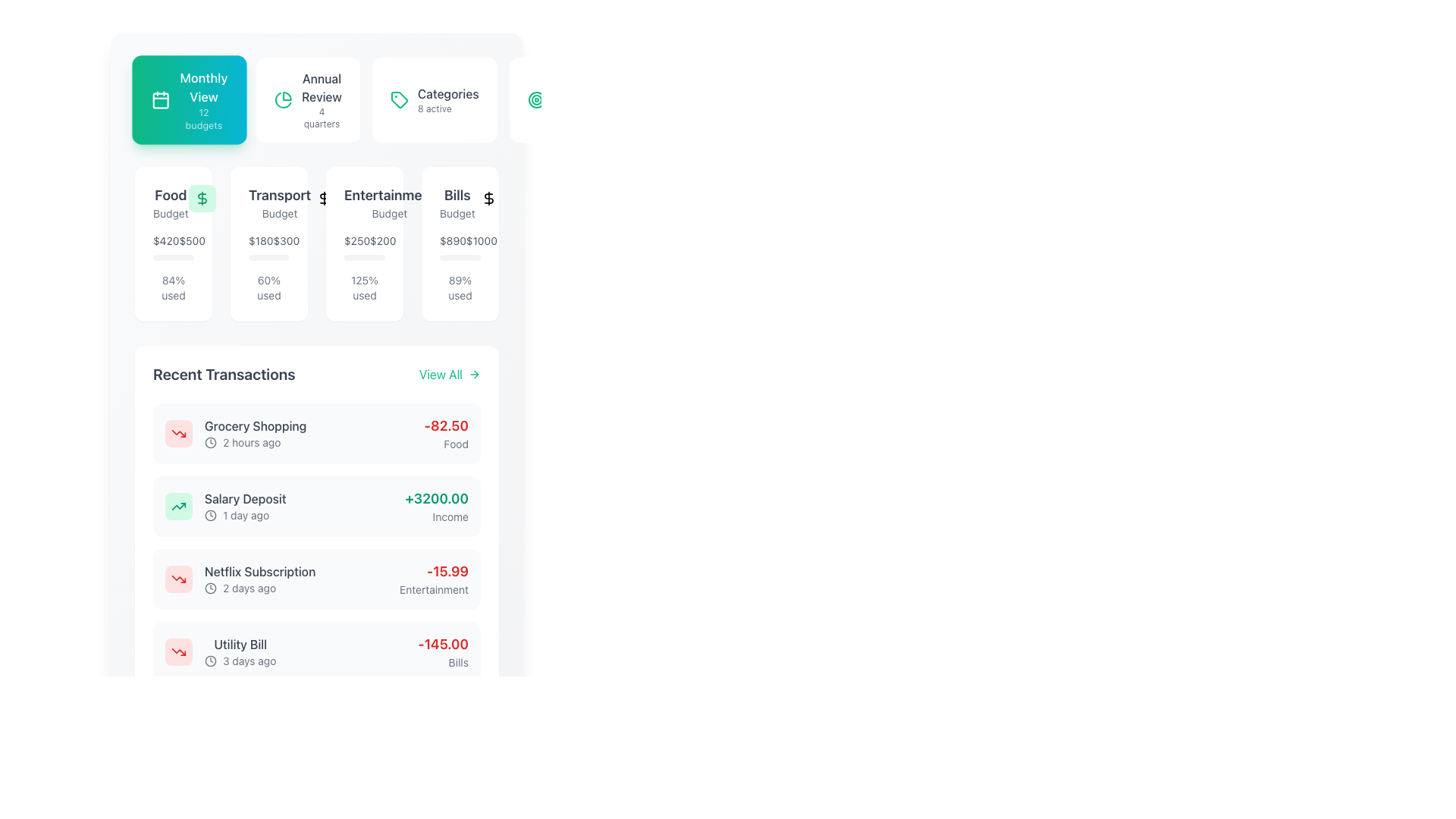 The height and width of the screenshot is (819, 1456). Describe the element at coordinates (245, 514) in the screenshot. I see `the static text displaying the timestamp of the transaction event located below 'Salary Deposit' and adjacent to the clock icon in the 'Recent Transactions' section` at that location.